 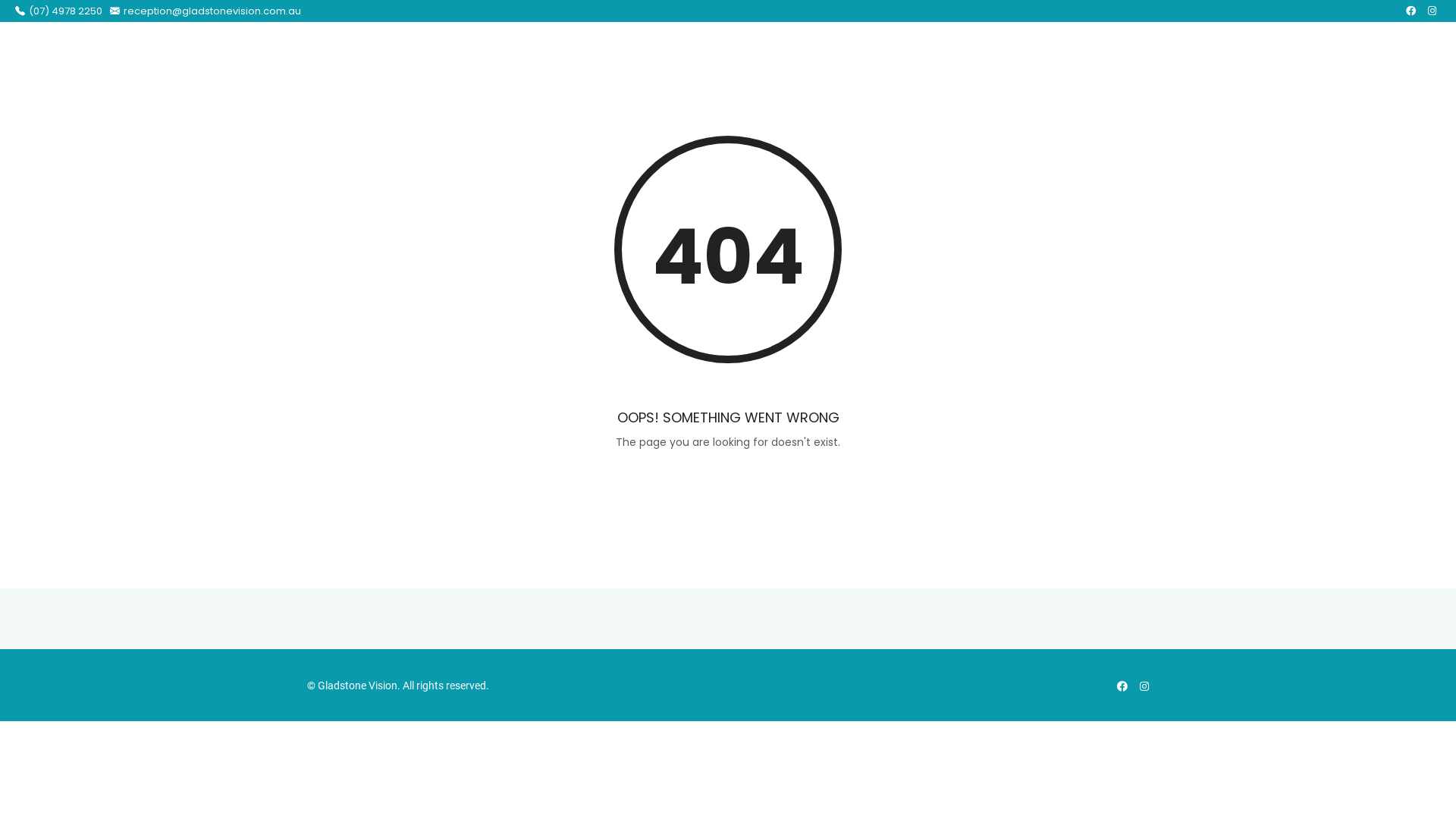 I want to click on '(07) 4978 2250', so click(x=58, y=11).